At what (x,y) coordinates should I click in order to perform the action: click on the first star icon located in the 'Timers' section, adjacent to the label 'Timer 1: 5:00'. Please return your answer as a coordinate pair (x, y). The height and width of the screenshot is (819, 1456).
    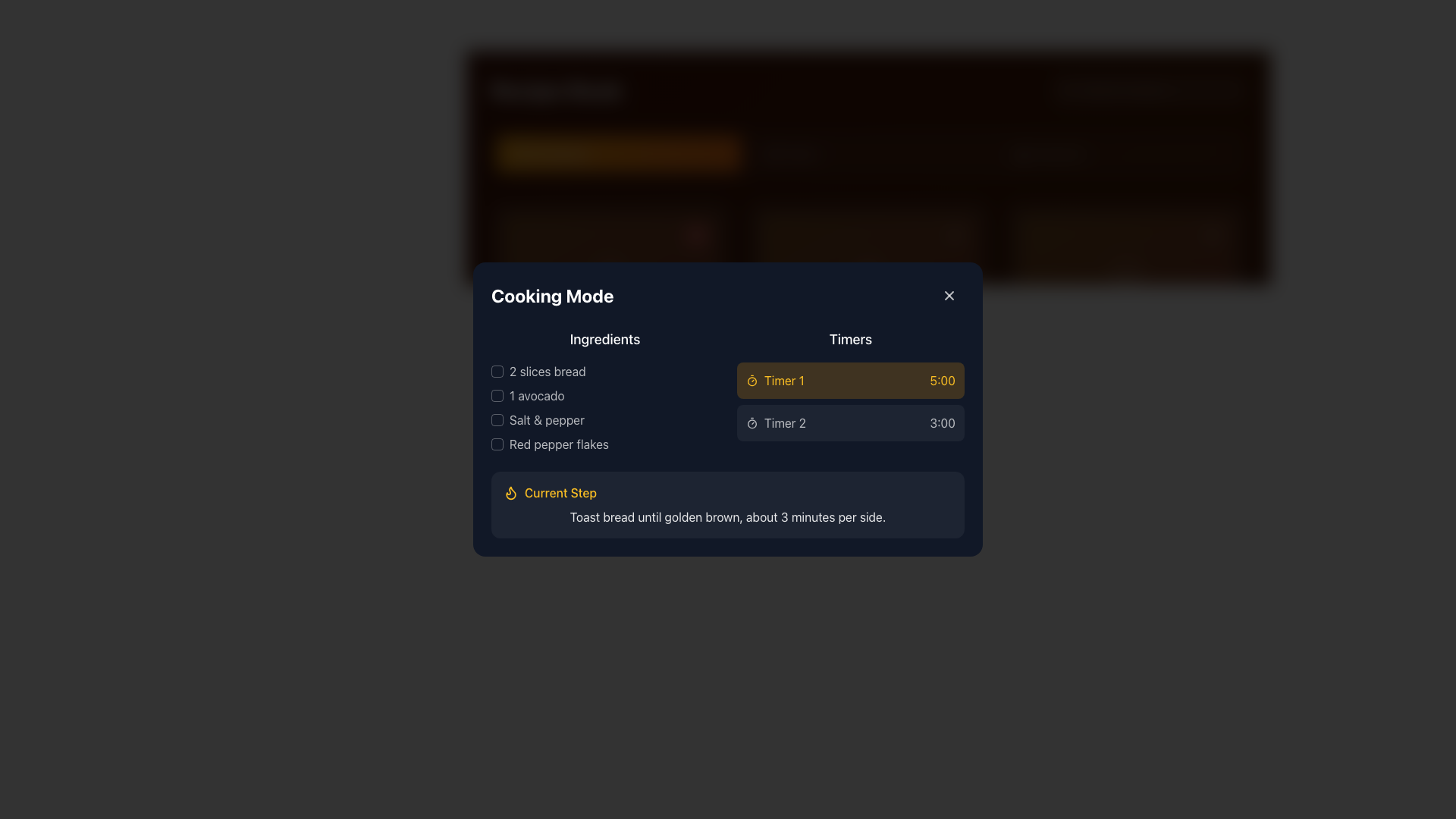
    Looking at the image, I should click on (909, 359).